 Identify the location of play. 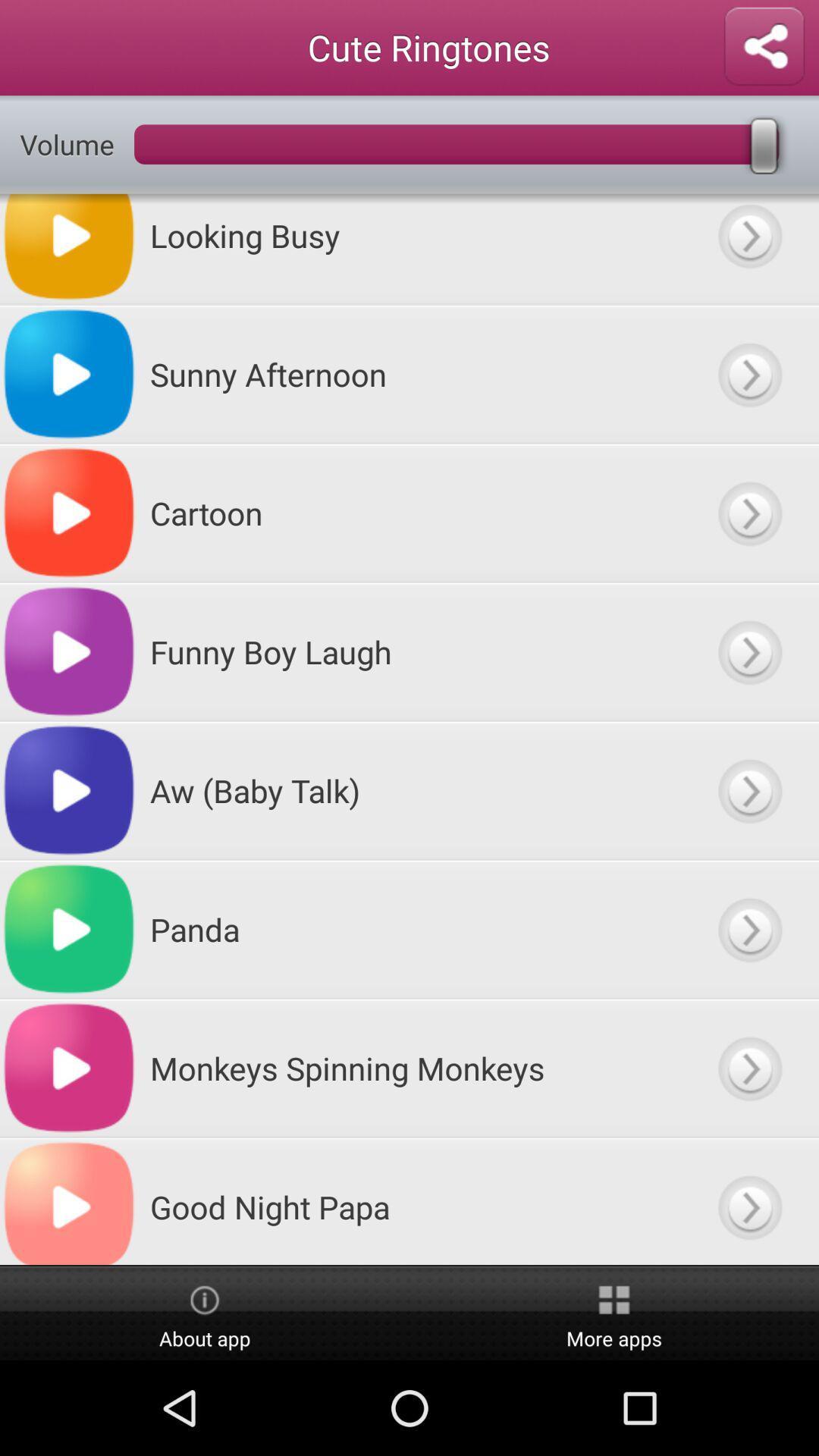
(748, 789).